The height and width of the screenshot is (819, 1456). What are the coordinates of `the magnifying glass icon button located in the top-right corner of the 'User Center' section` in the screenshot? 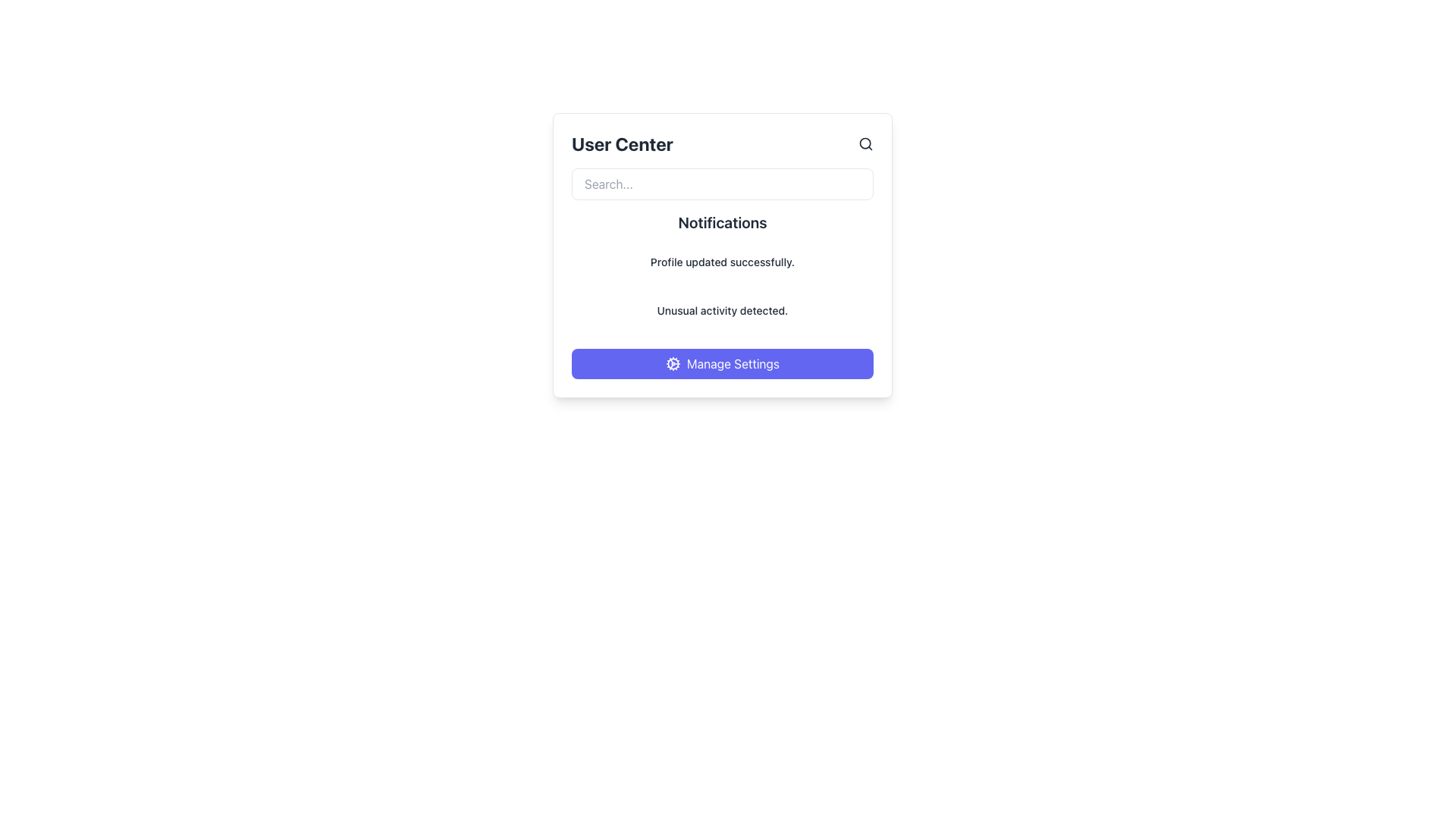 It's located at (866, 143).